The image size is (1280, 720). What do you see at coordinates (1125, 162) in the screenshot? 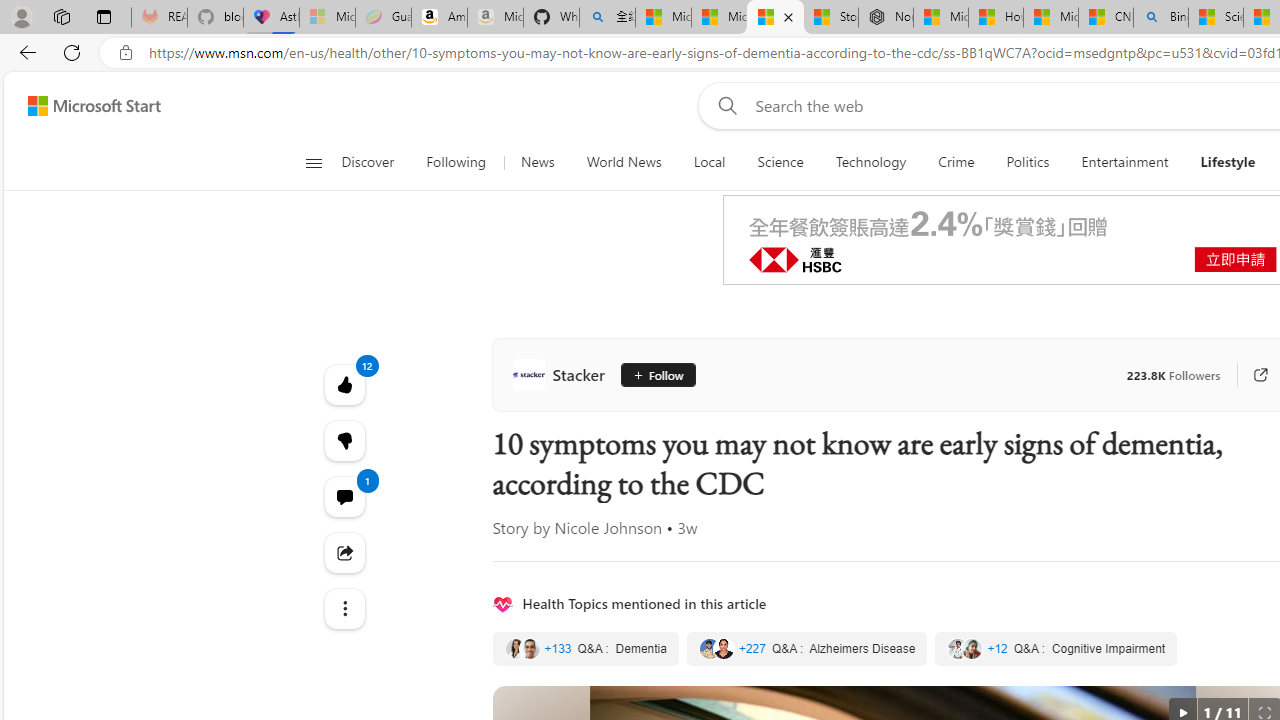
I see `'Entertainment'` at bounding box center [1125, 162].